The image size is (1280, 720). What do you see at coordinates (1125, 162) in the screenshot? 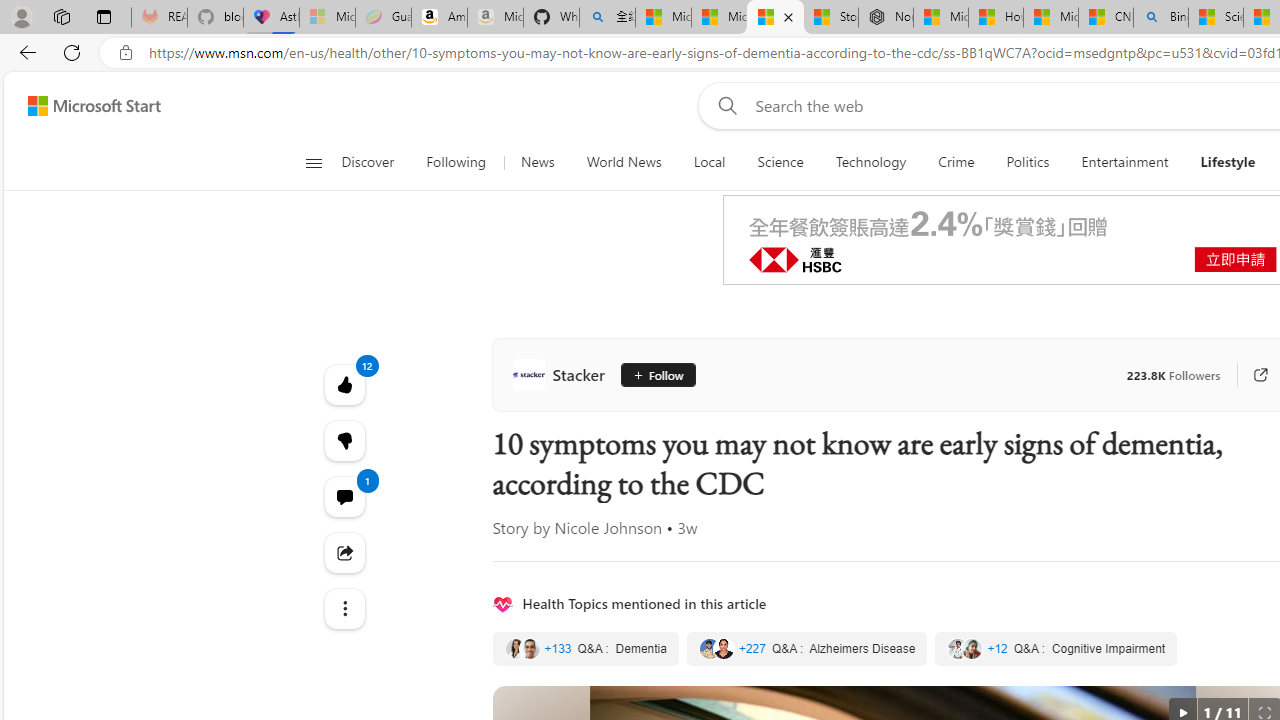
I see `'Entertainment'` at bounding box center [1125, 162].